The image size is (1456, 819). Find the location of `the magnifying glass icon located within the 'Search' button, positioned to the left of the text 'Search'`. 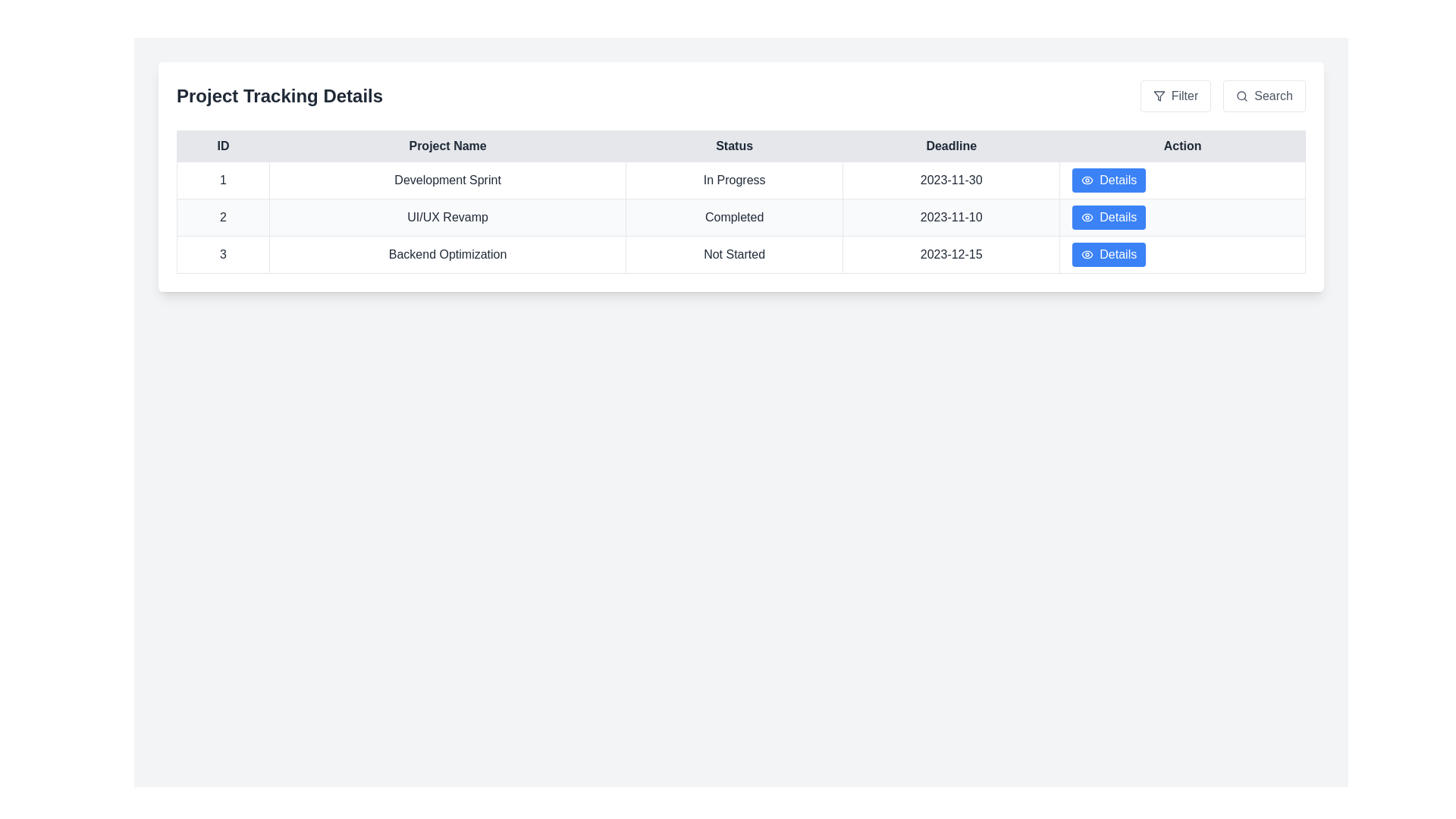

the magnifying glass icon located within the 'Search' button, positioned to the left of the text 'Search' is located at coordinates (1242, 96).